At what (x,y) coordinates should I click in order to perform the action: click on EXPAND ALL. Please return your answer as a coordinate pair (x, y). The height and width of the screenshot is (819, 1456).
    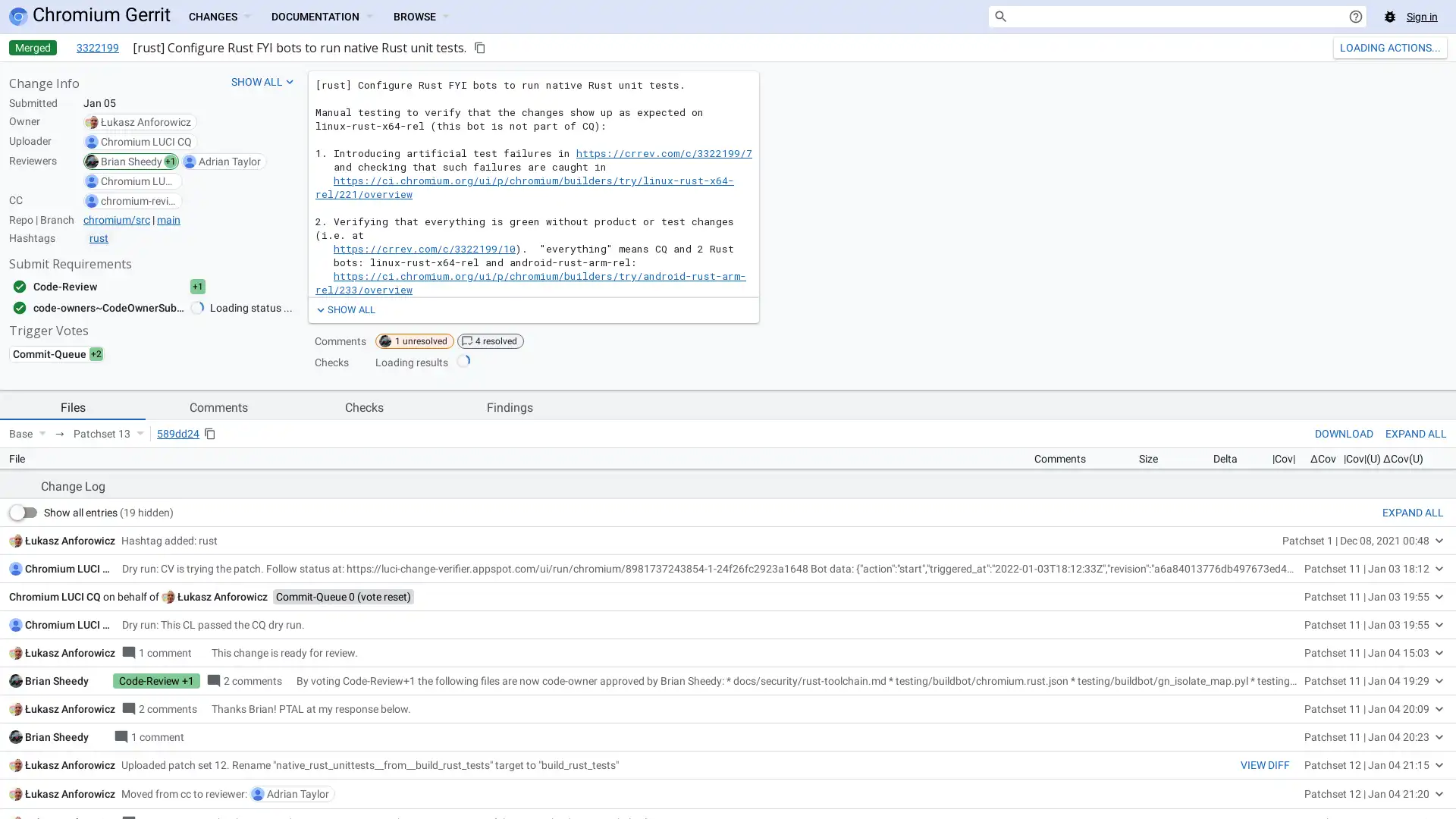
    Looking at the image, I should click on (1415, 433).